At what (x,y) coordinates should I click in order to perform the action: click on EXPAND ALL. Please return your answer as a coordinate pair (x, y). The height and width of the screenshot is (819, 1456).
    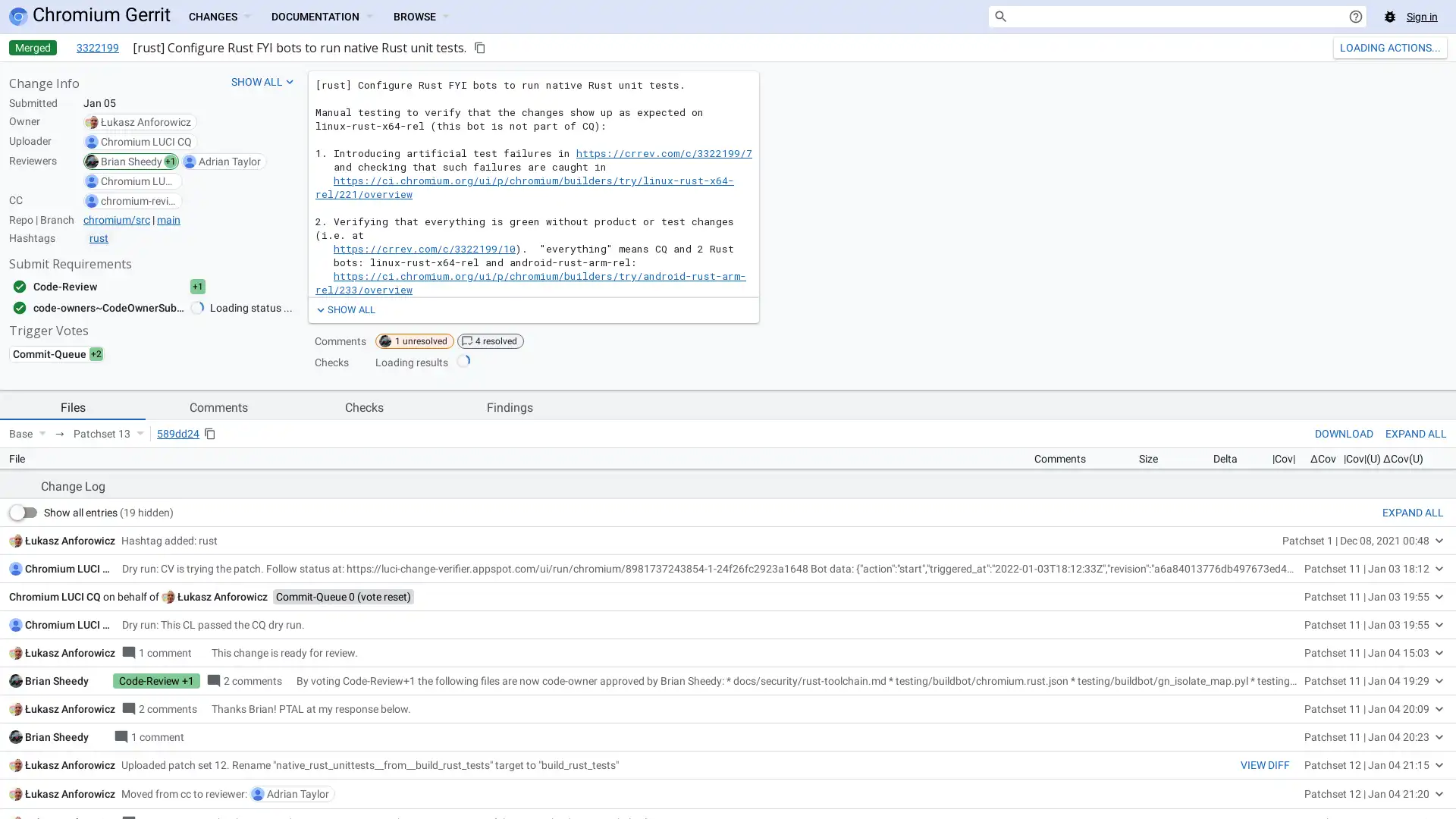
    Looking at the image, I should click on (1415, 433).